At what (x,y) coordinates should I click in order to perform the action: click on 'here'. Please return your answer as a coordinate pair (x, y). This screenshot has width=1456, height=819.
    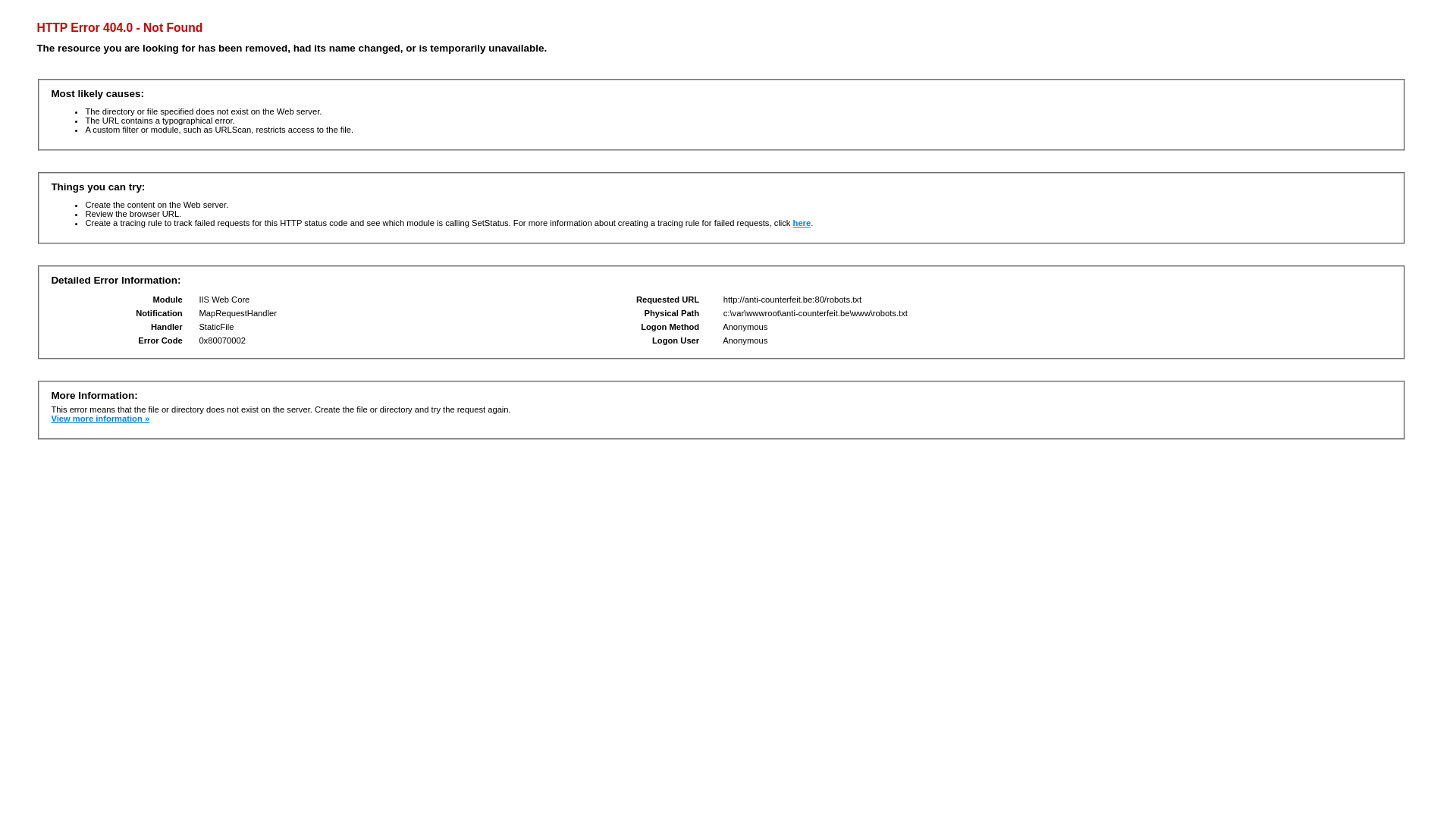
    Looking at the image, I should click on (801, 222).